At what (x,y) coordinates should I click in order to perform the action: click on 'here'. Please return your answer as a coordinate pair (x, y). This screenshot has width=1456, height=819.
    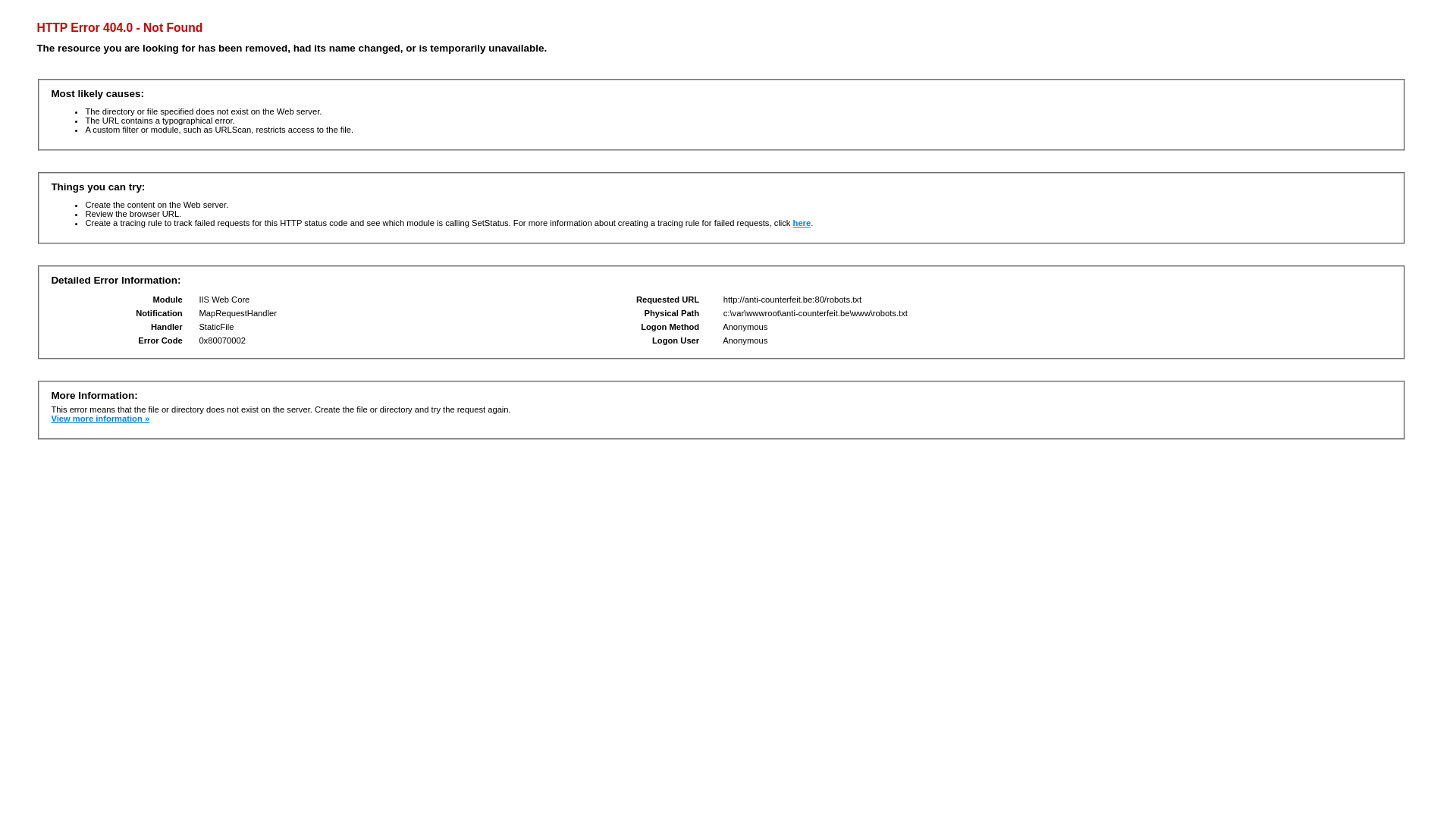
    Looking at the image, I should click on (801, 222).